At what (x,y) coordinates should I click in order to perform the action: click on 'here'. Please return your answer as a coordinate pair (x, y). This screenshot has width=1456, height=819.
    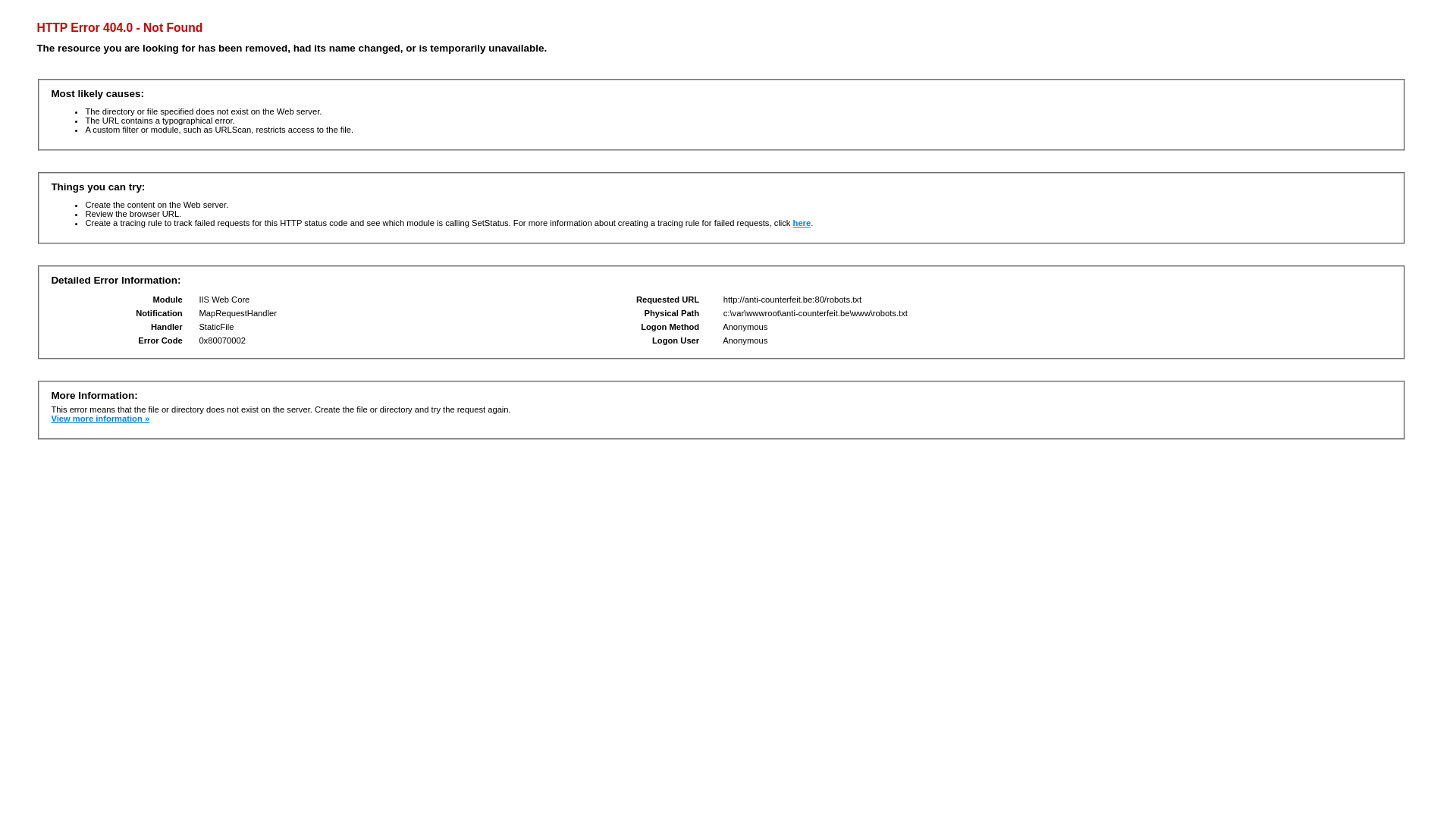
    Looking at the image, I should click on (801, 222).